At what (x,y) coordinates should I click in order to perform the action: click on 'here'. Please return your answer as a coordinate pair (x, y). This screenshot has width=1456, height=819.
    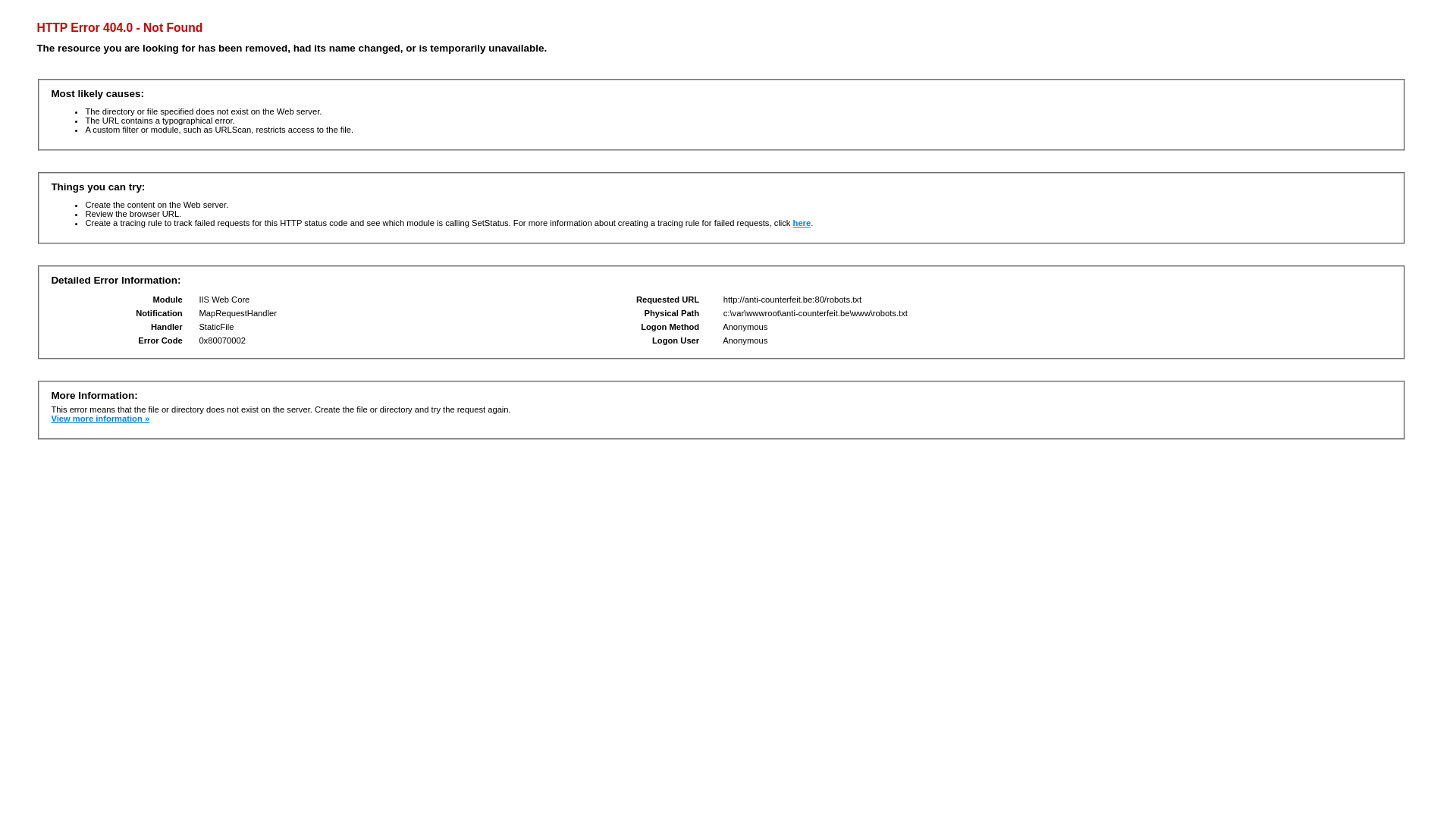
    Looking at the image, I should click on (801, 222).